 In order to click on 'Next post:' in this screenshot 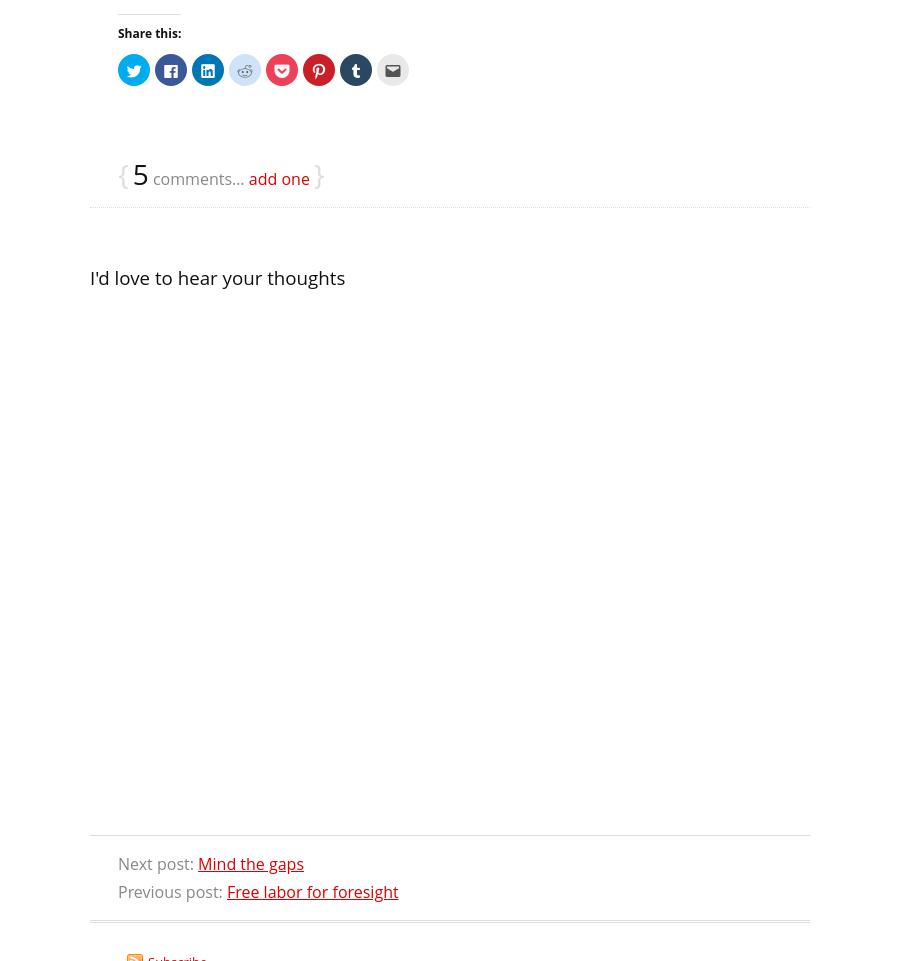, I will do `click(158, 863)`.